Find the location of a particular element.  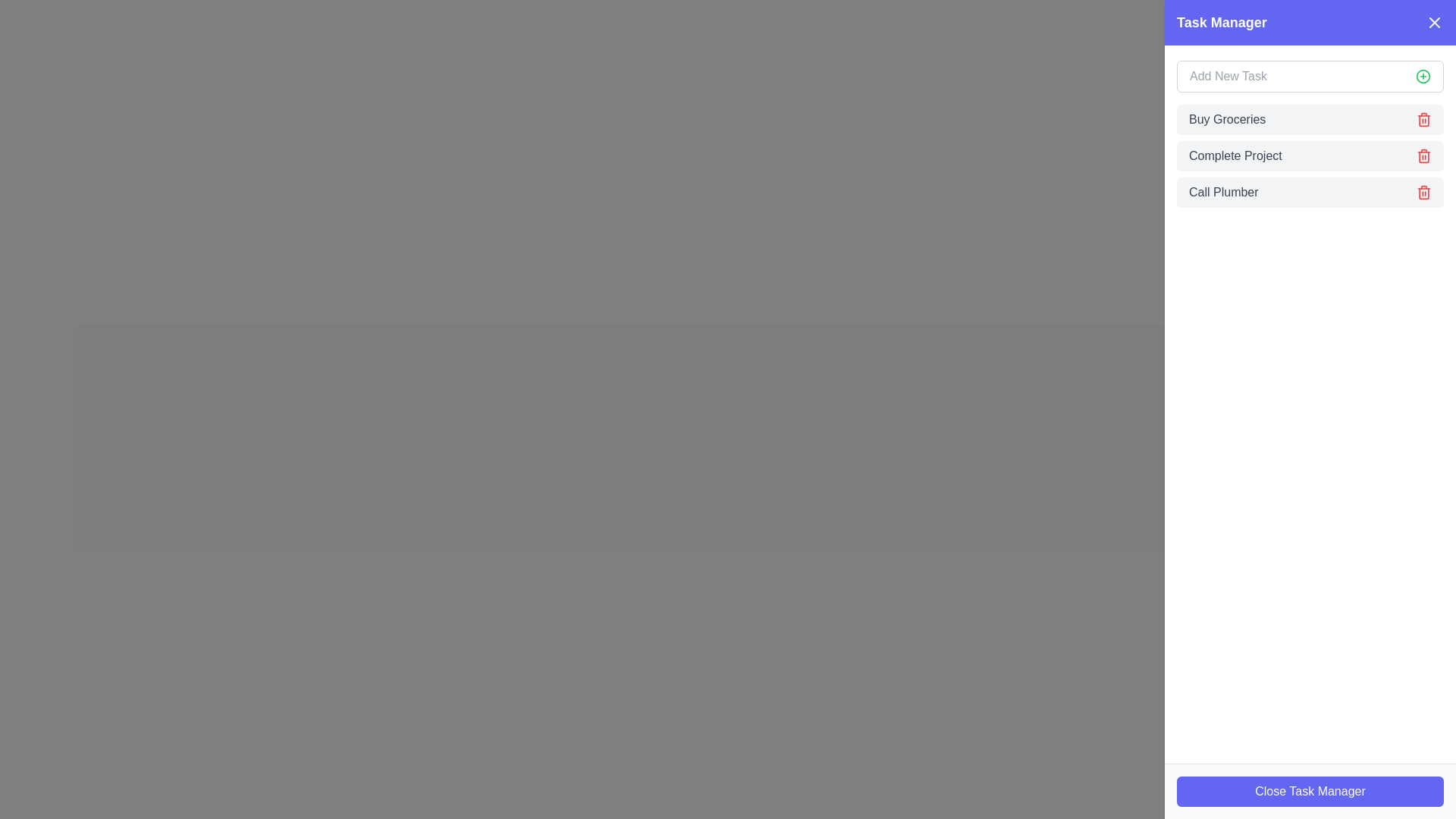

the static text element that serves as the title of the sidebar panel, located at the top-left corner and aligned to the left is located at coordinates (1222, 23).